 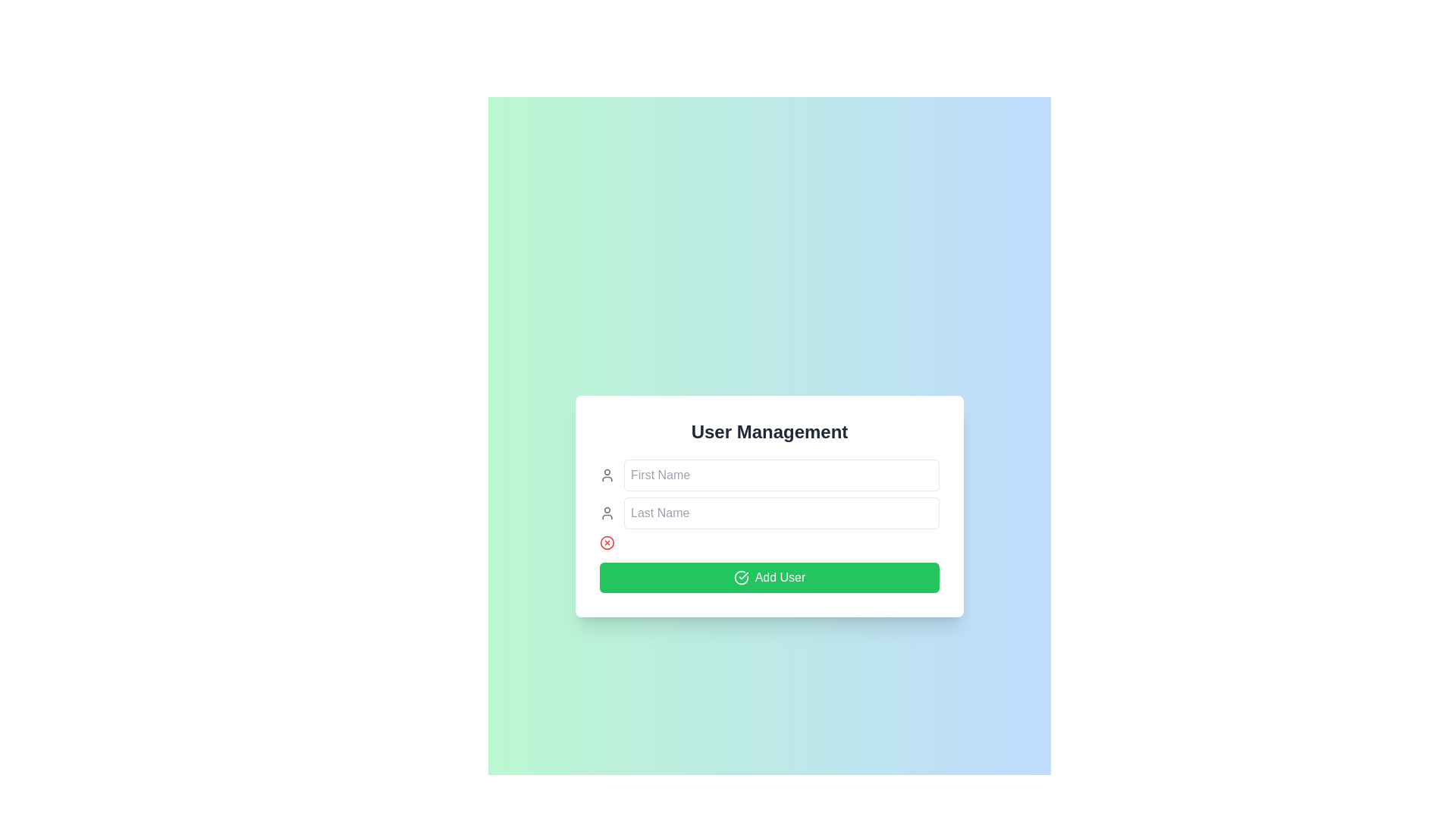 I want to click on the 'Add User' button located at the bottom of the 'User Management' modal, so click(x=769, y=578).